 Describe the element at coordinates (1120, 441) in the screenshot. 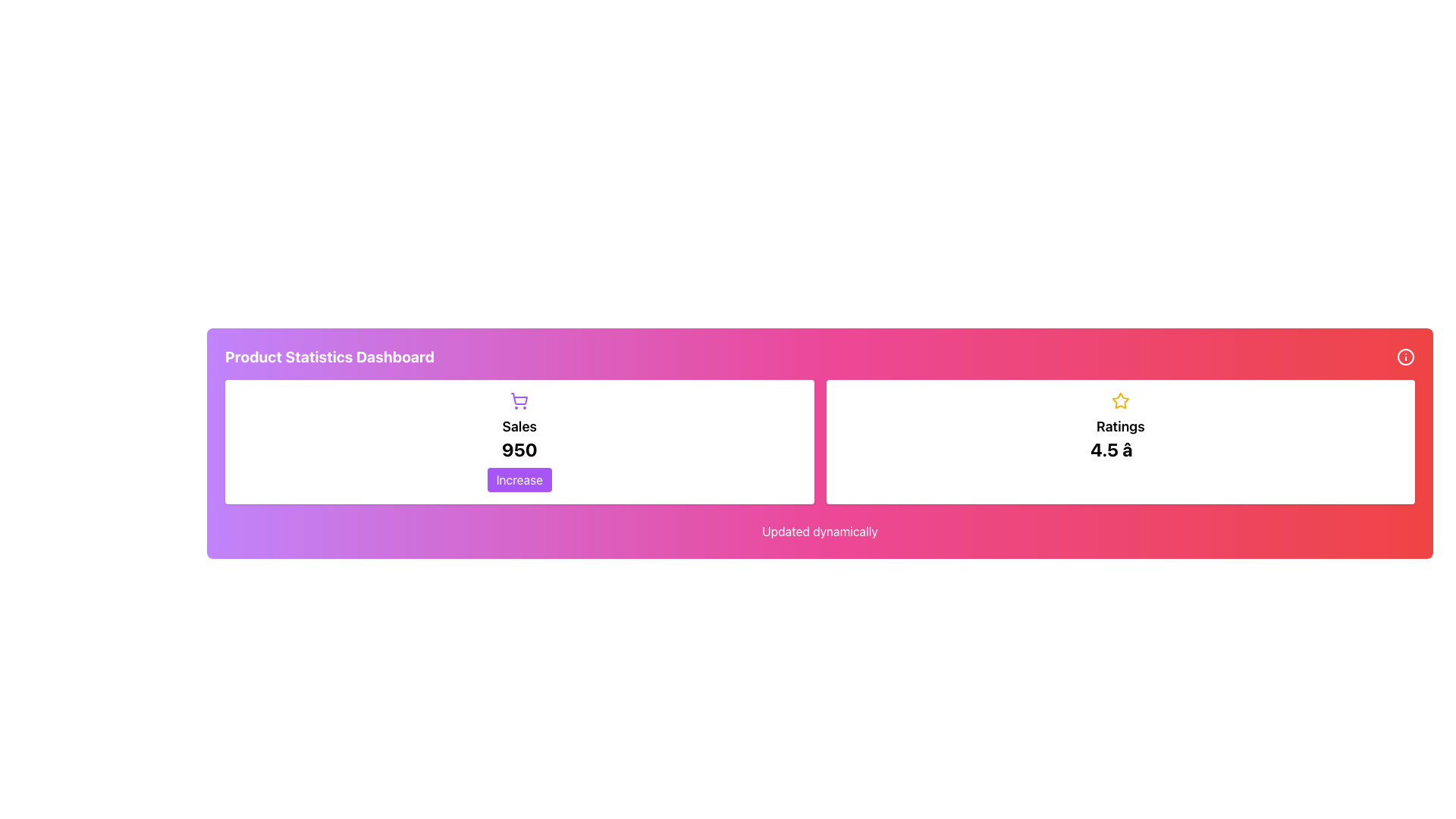

I see `the Display Element that shows a yellow star icon, the label 'Ratings', and a bold text '4.5', located in the bottom right section of the layout` at that location.